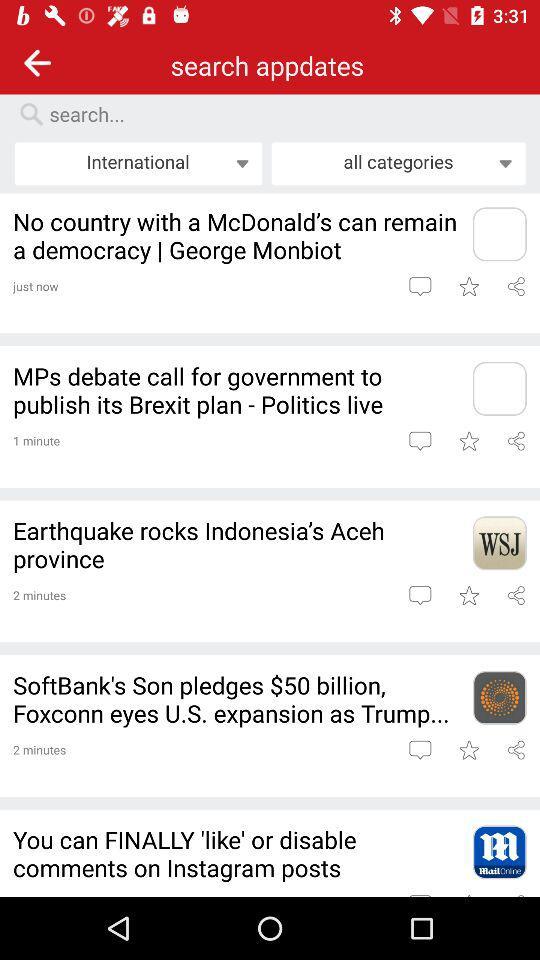  I want to click on app, so click(498, 543).